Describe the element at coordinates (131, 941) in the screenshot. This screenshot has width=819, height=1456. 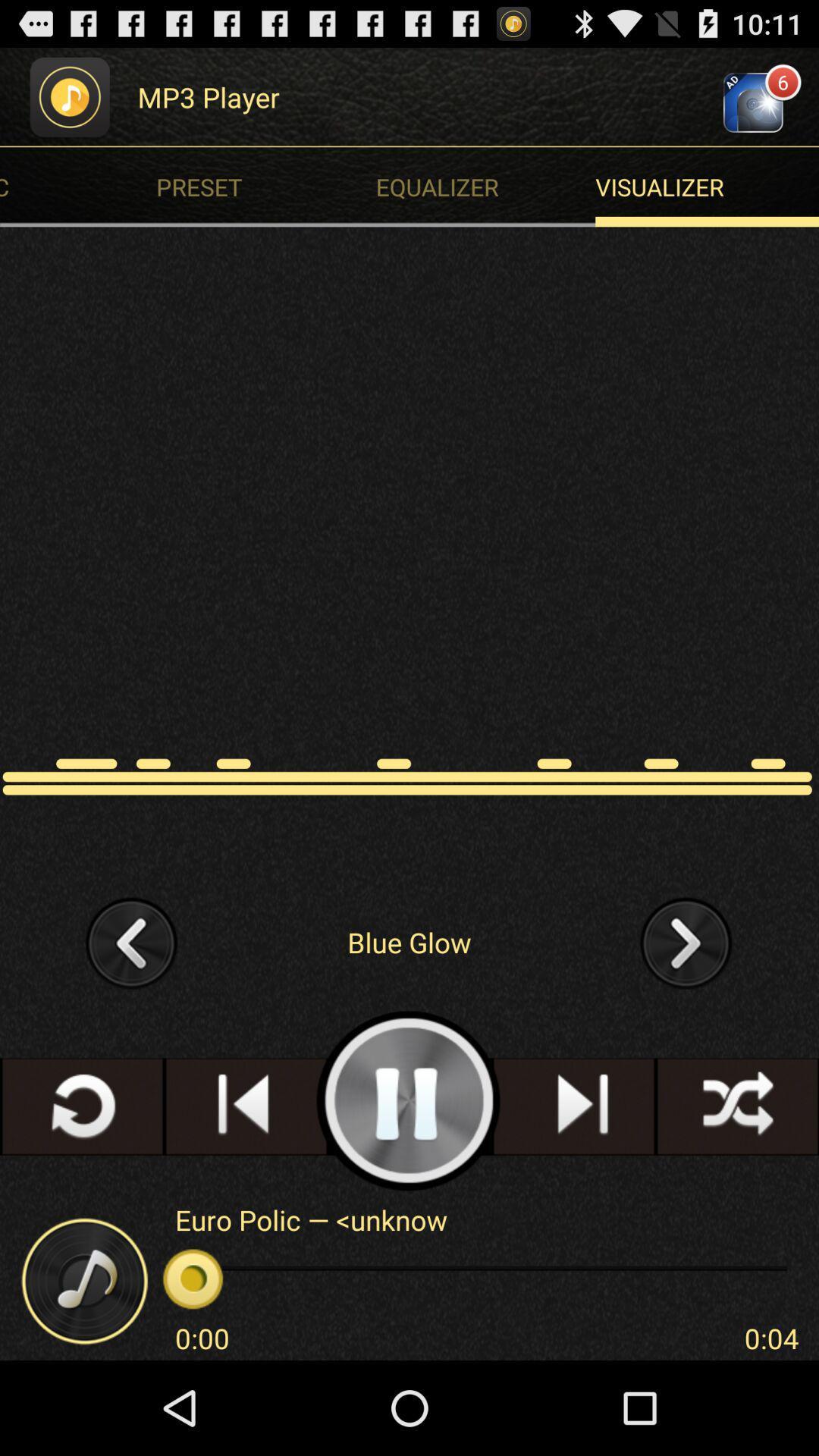
I see `the icon next to the blue glow` at that location.